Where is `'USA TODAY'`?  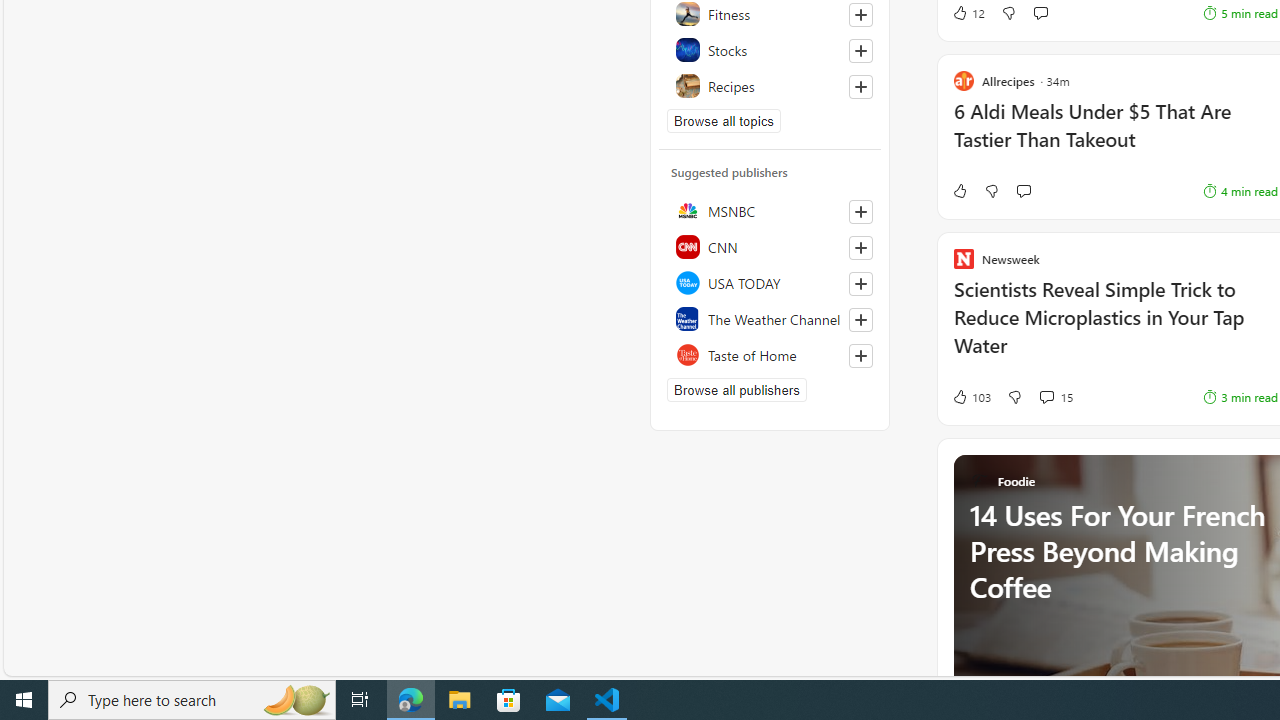
'USA TODAY' is located at coordinates (769, 282).